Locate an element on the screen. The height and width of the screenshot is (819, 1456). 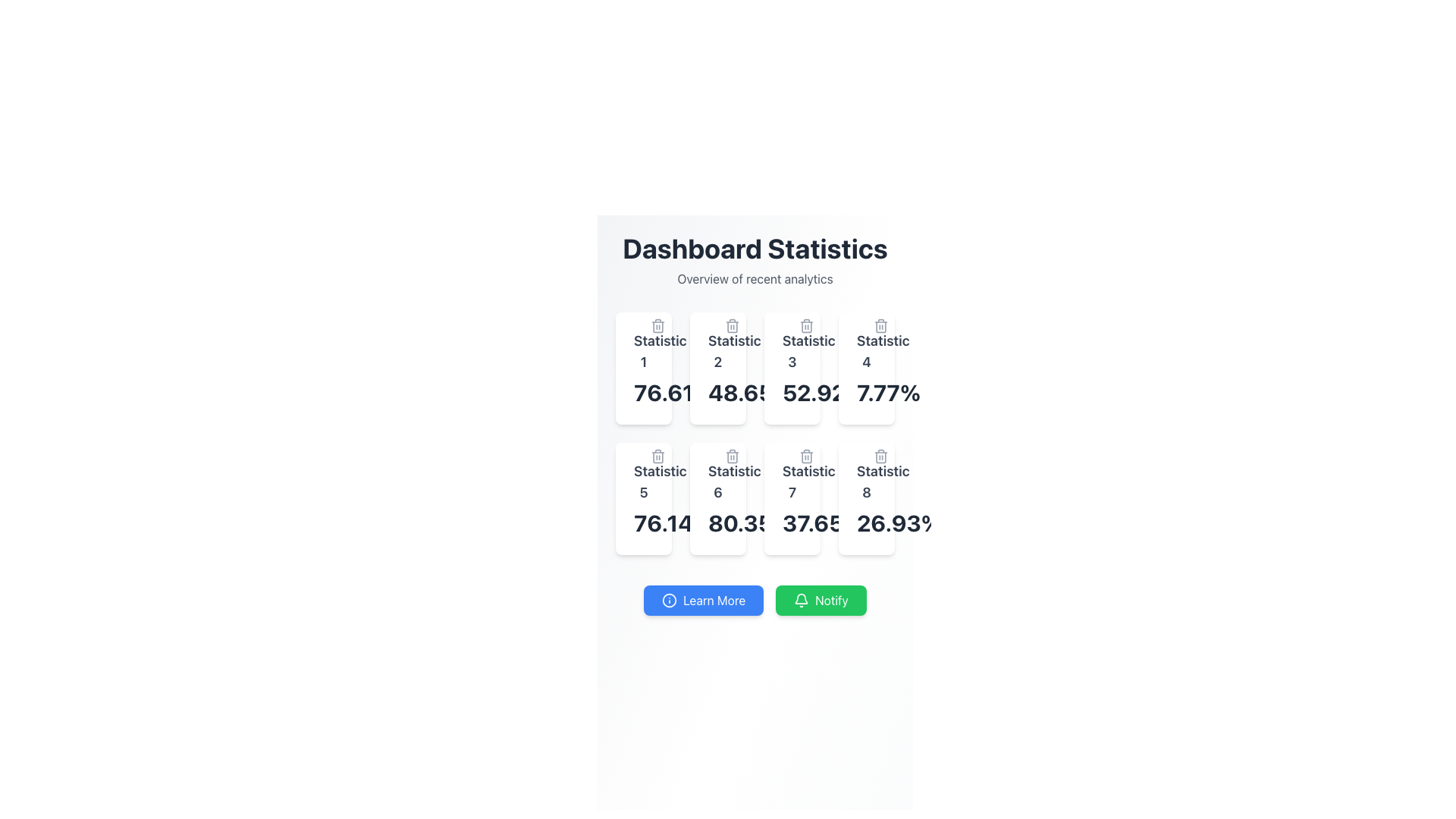
the informational card displaying a statistic, located in the second row, second column of the grid layout is located at coordinates (717, 499).